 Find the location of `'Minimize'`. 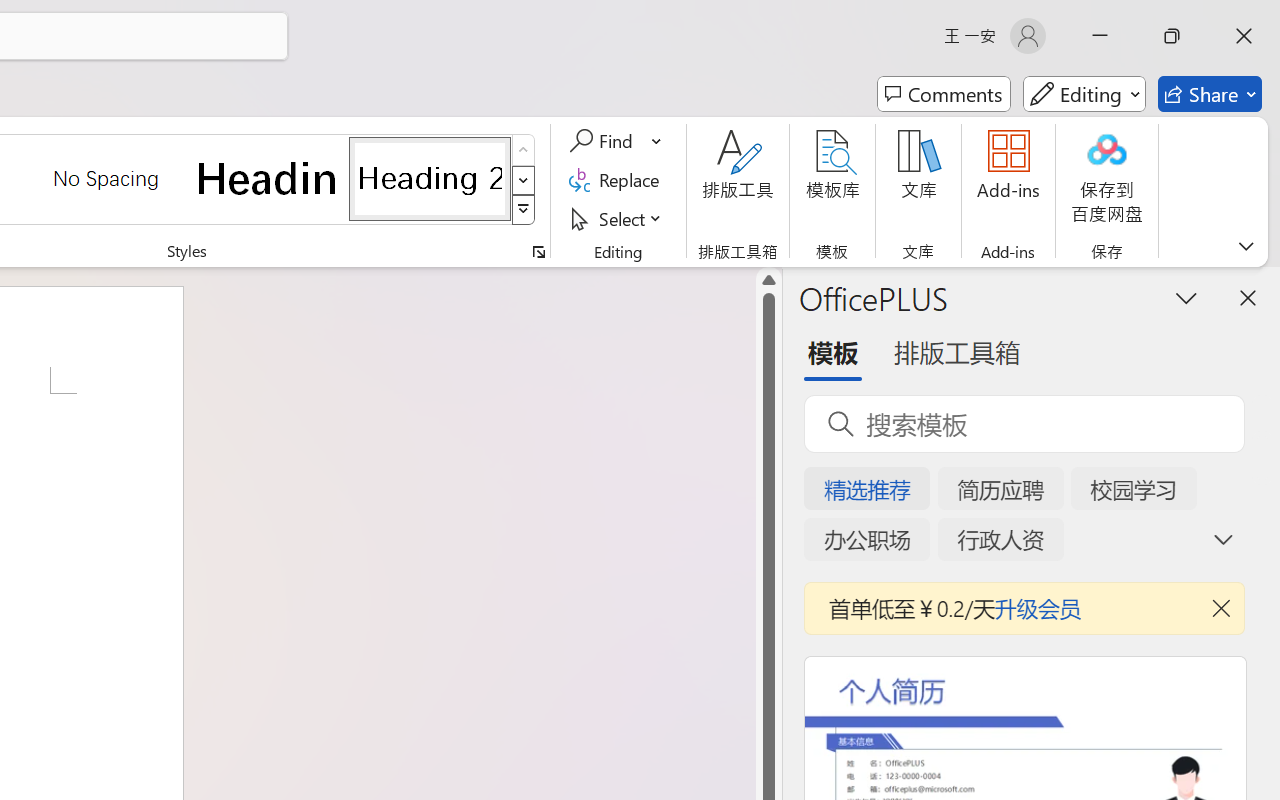

'Minimize' is located at coordinates (1099, 35).